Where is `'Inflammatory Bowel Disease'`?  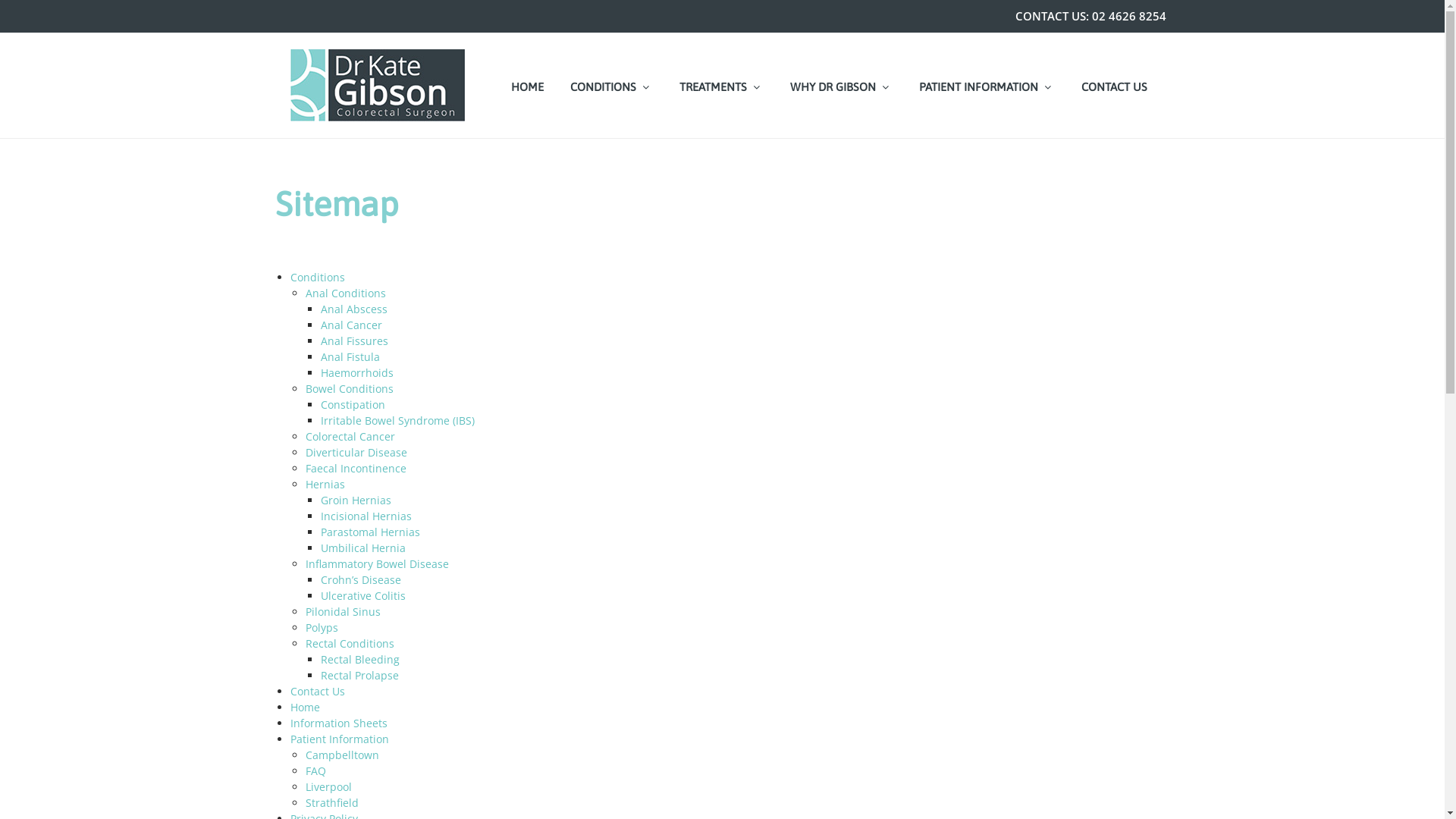
'Inflammatory Bowel Disease' is located at coordinates (376, 563).